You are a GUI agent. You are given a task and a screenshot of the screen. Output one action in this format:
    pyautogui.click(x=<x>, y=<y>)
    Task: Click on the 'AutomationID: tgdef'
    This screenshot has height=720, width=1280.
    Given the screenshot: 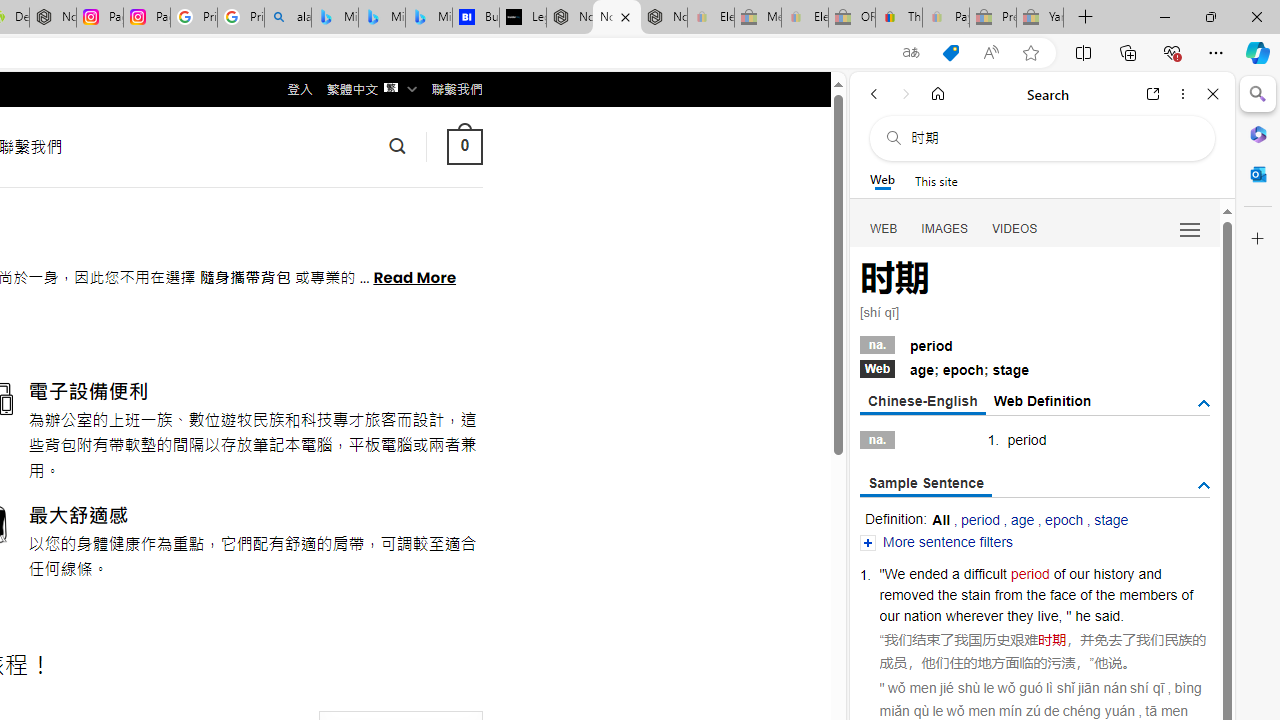 What is the action you would take?
    pyautogui.click(x=1202, y=404)
    